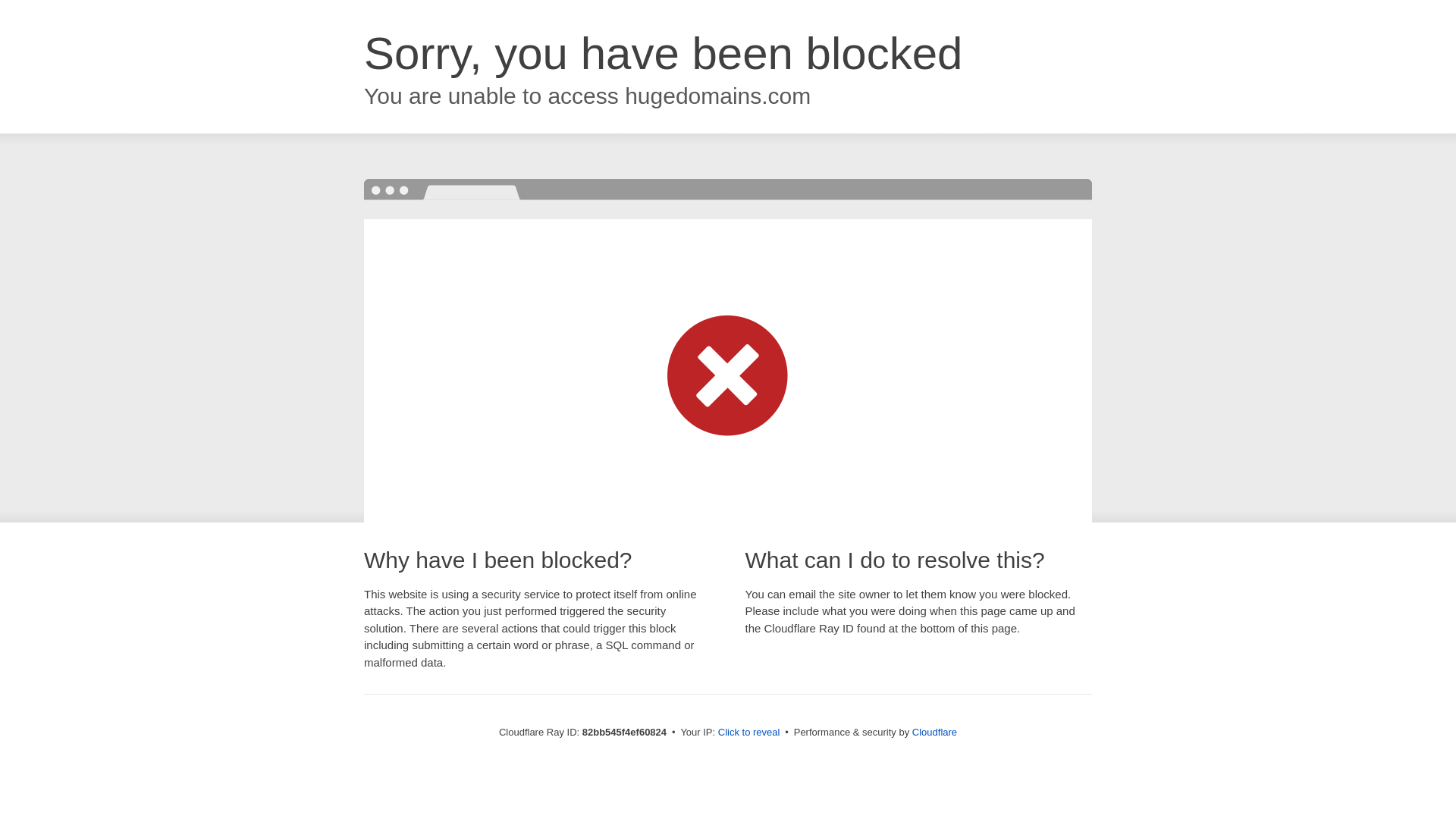 This screenshot has height=819, width=1456. Describe the element at coordinates (749, 731) in the screenshot. I see `'Click to reveal'` at that location.